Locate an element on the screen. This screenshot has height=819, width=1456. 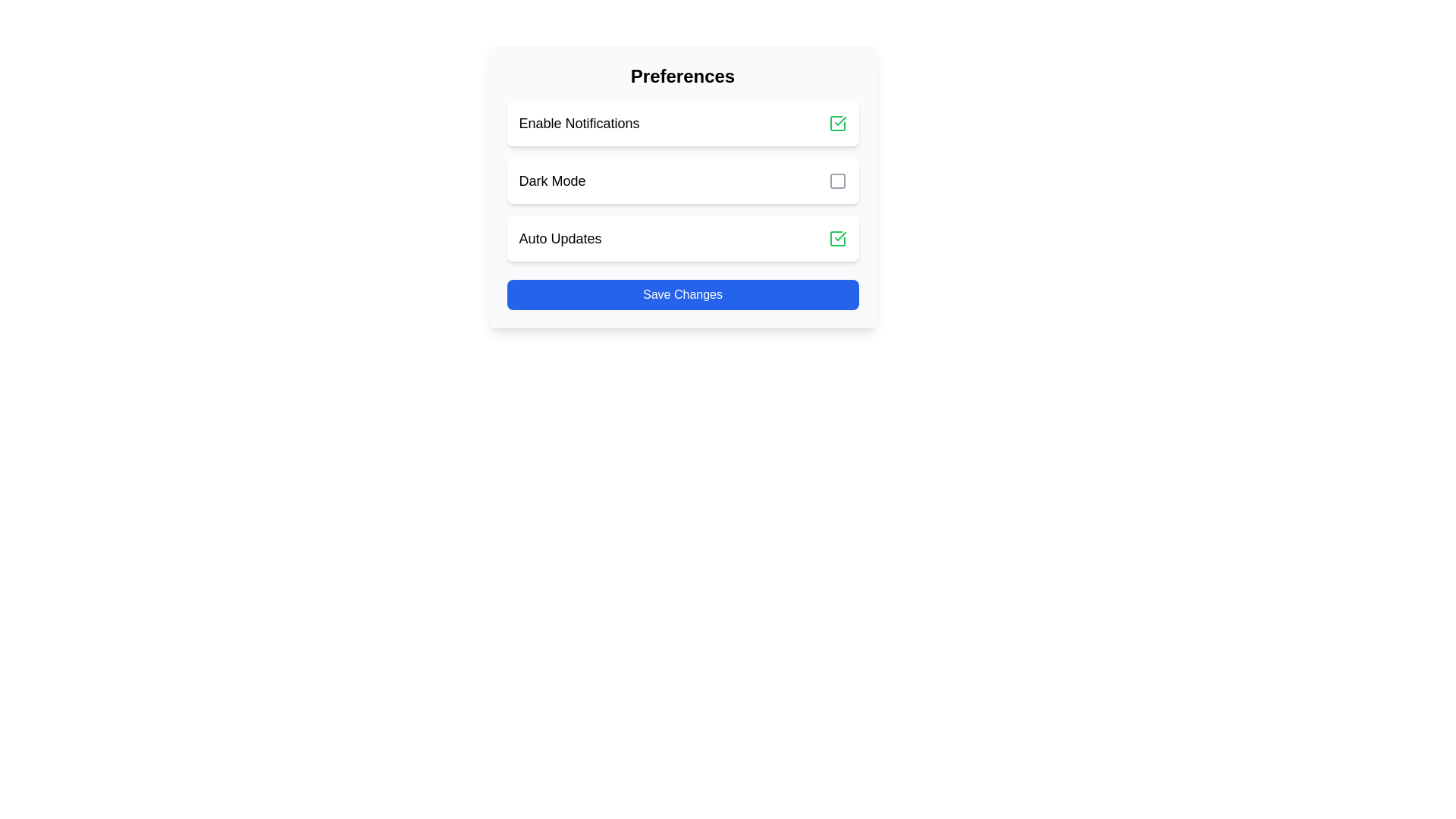
the 'Auto Updates' checkbox with a checkmark icon is located at coordinates (836, 239).